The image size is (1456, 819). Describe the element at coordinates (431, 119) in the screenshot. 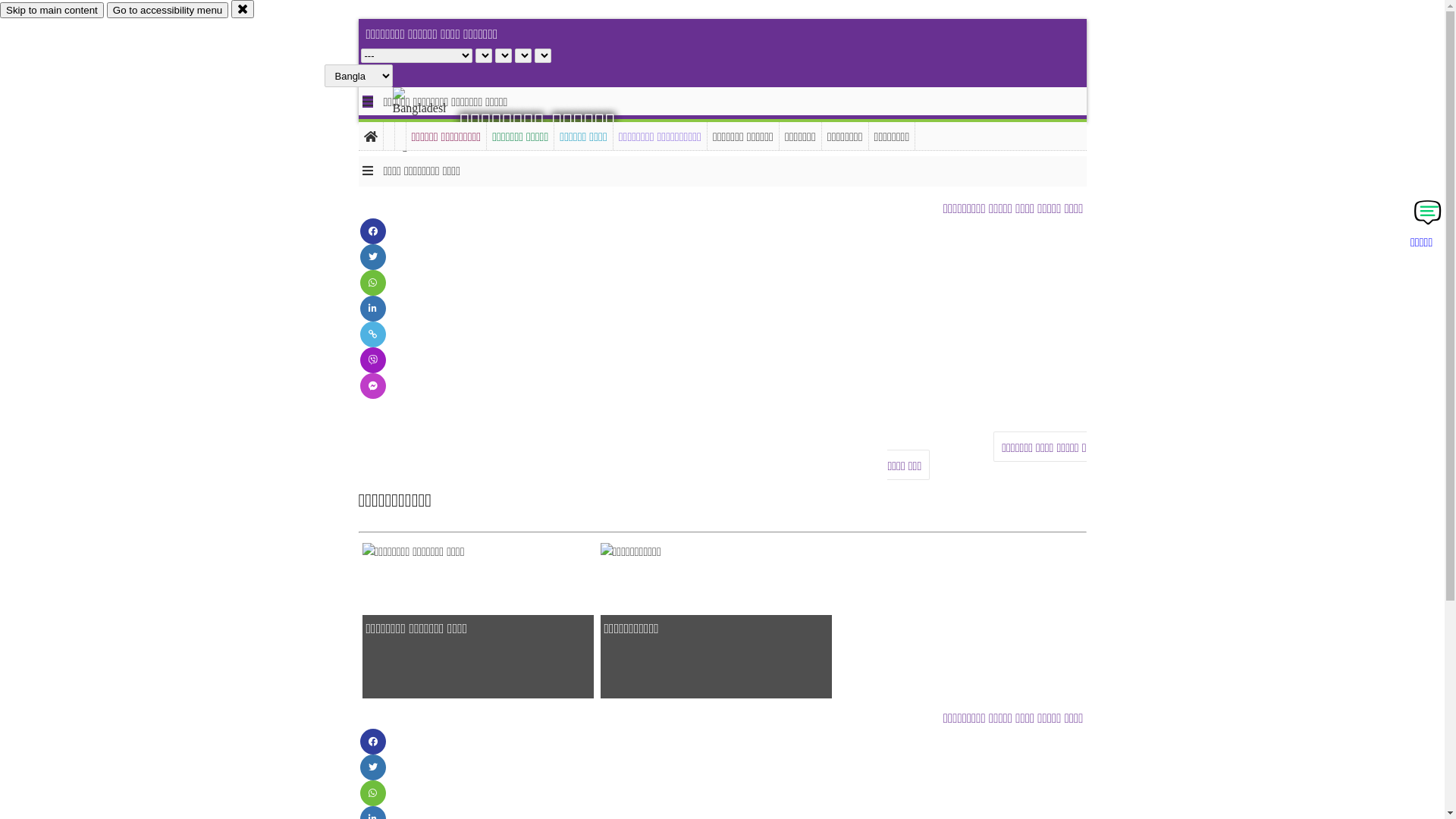

I see `'` at that location.